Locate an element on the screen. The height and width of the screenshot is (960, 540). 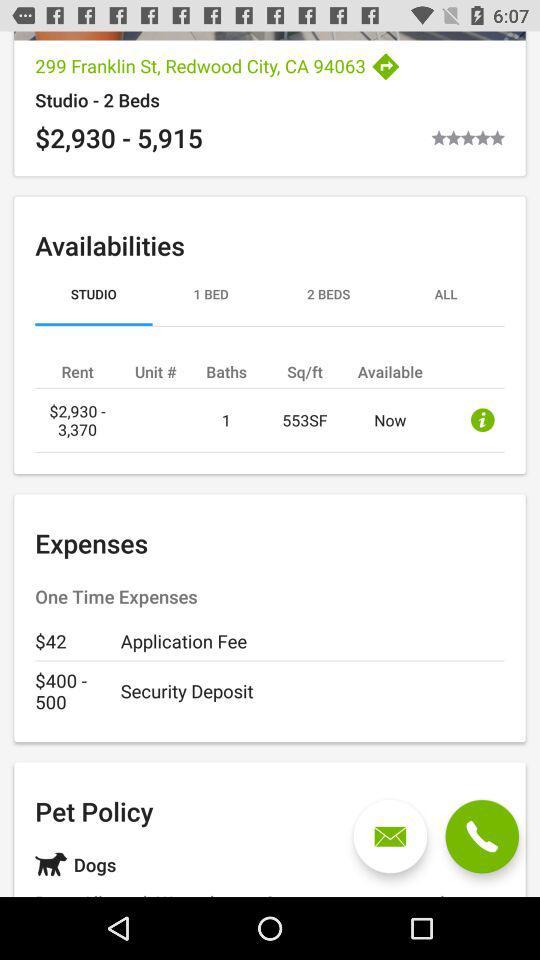
the email icon is located at coordinates (390, 836).